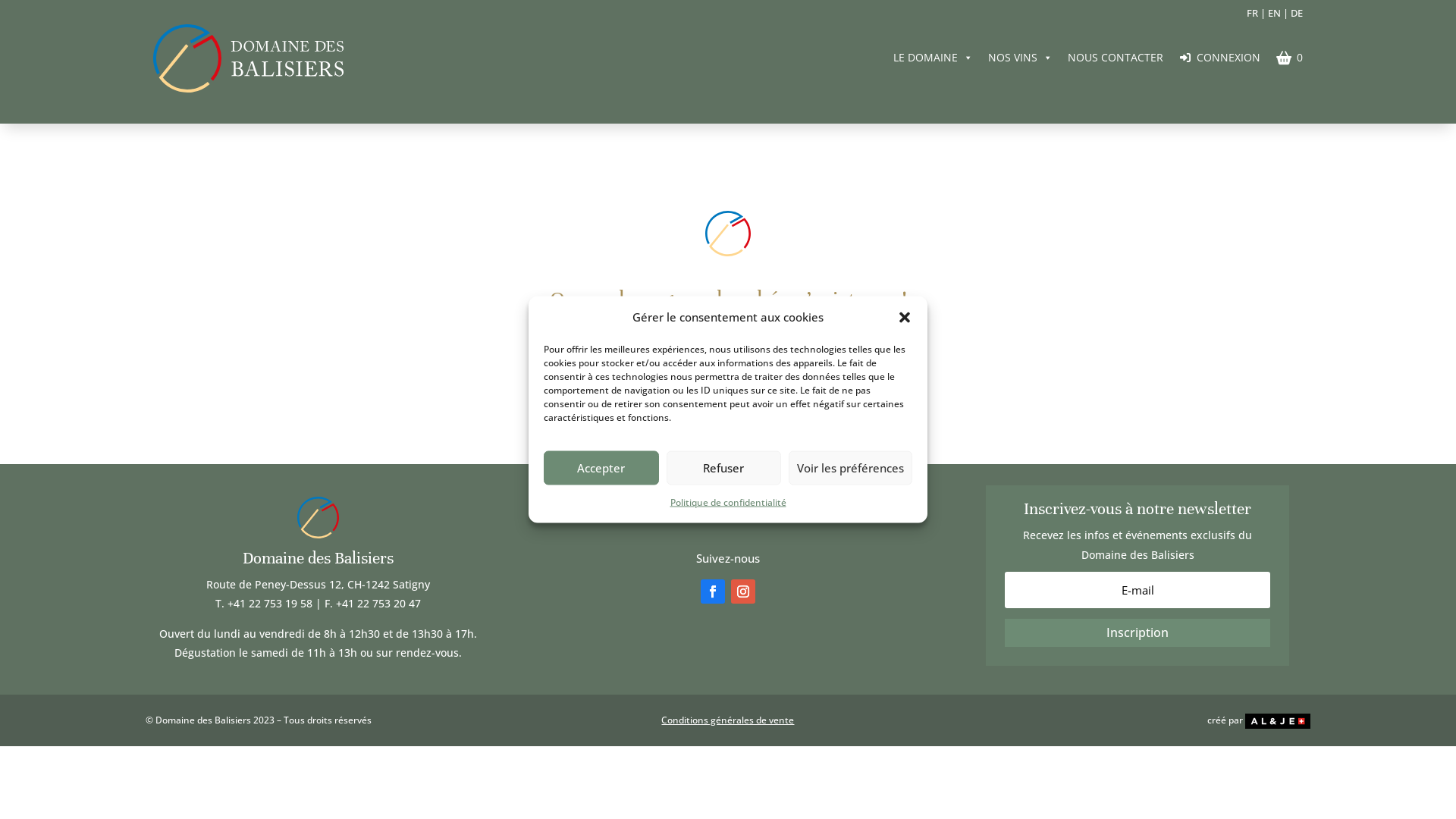 The image size is (1456, 819). I want to click on 'Refuser', so click(723, 466).